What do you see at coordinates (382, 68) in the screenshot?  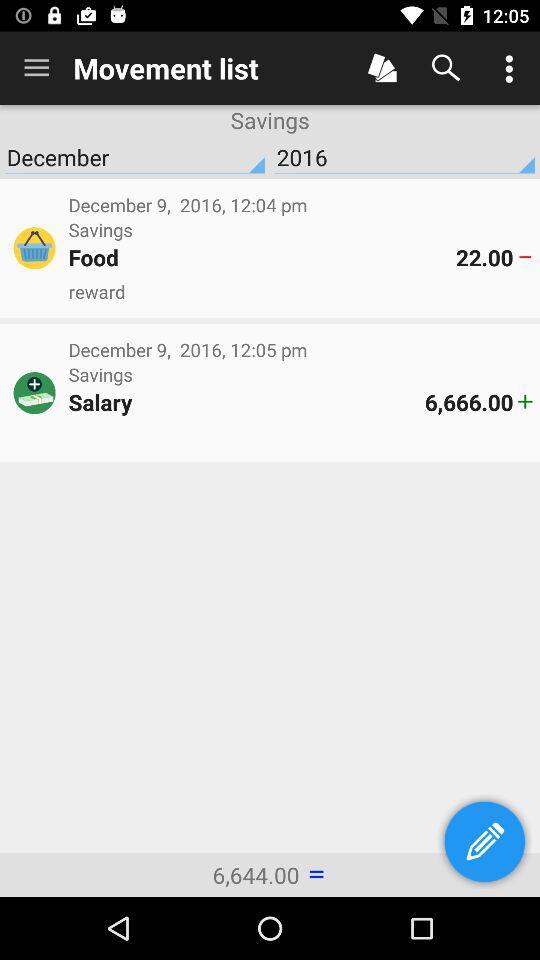 I see `record` at bounding box center [382, 68].